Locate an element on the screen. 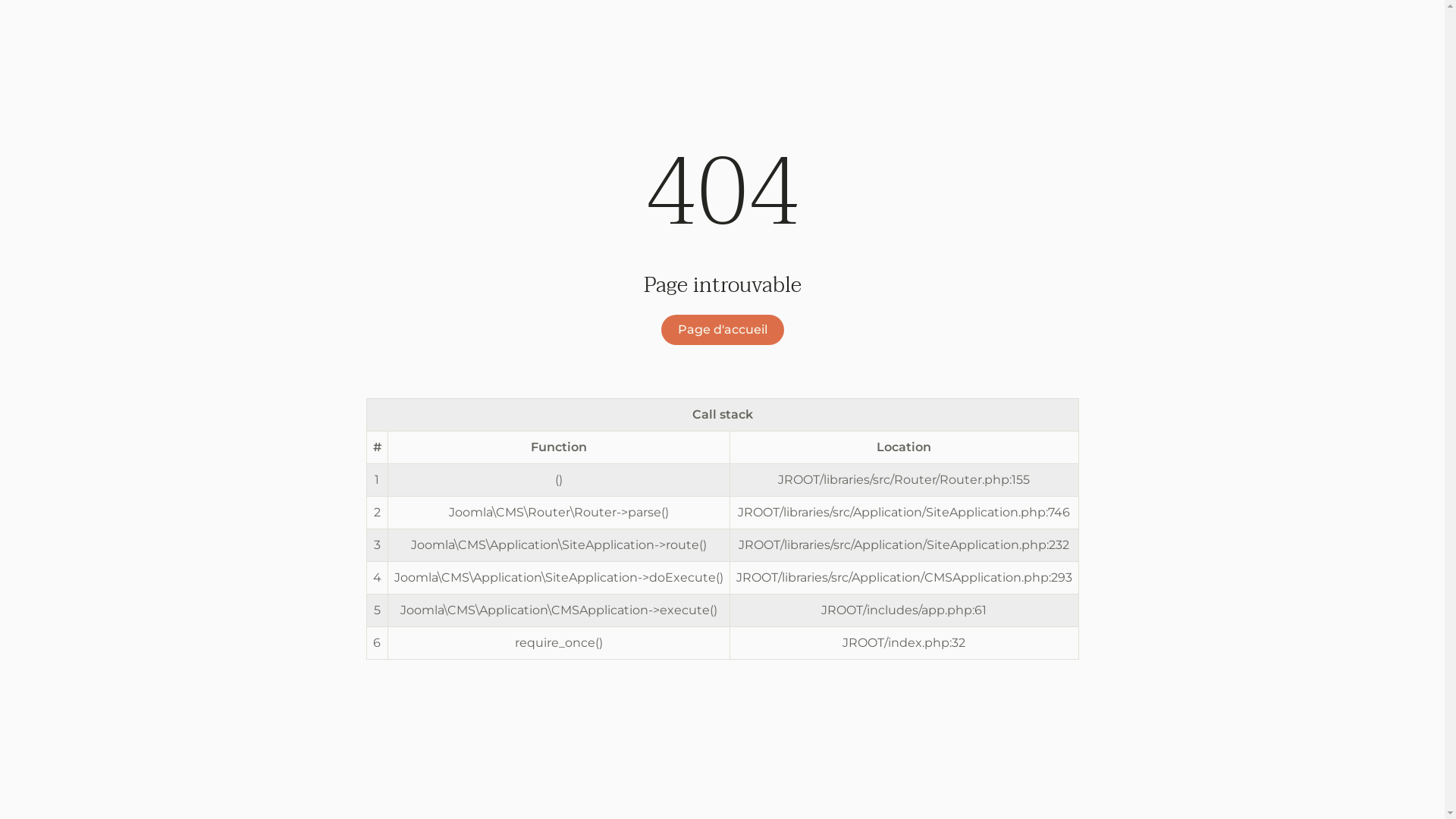 The height and width of the screenshot is (819, 1456). 'Page d'accueil' is located at coordinates (722, 329).